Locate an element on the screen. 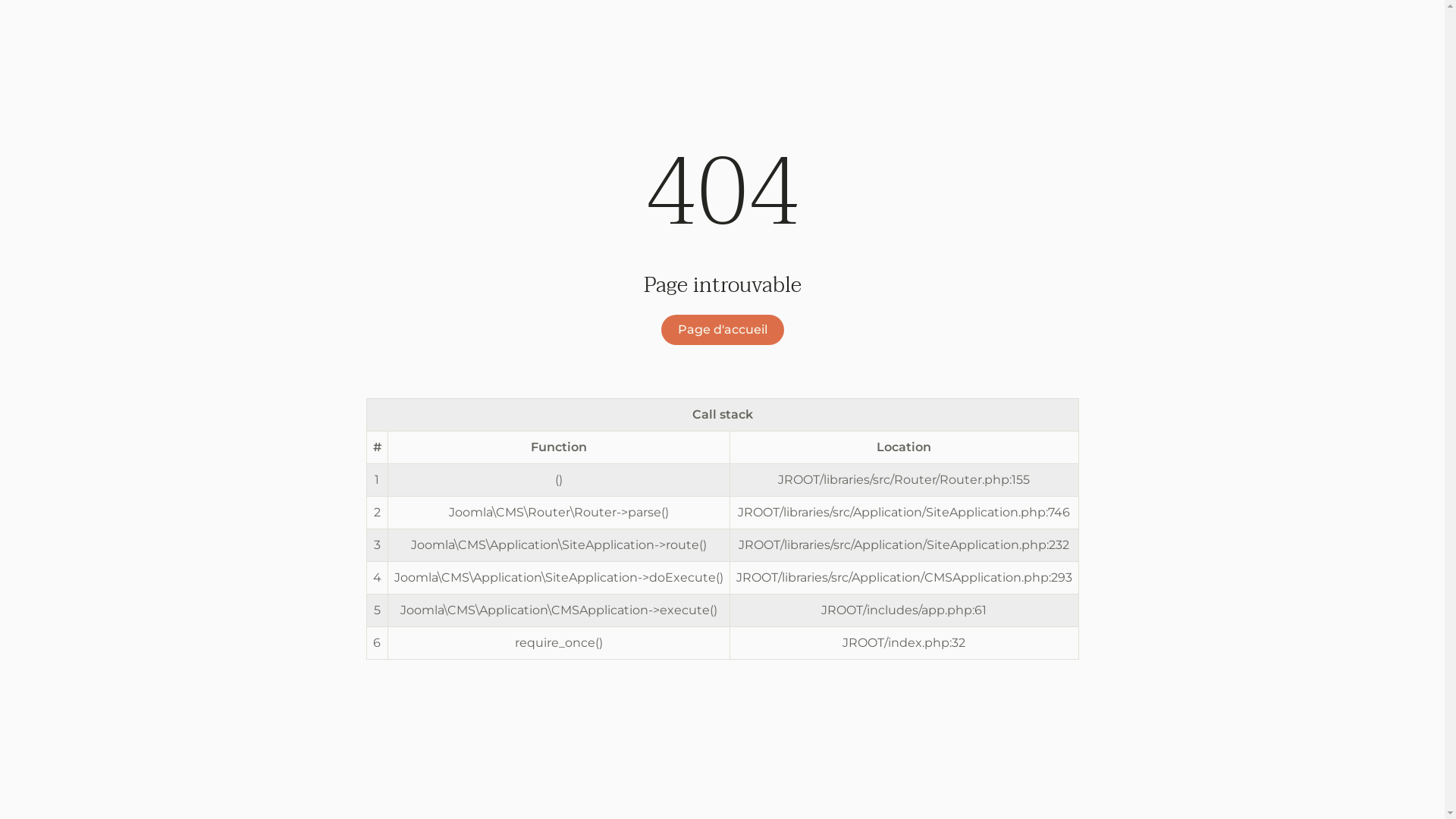 The height and width of the screenshot is (819, 1456). 'Page d'accueil' is located at coordinates (722, 329).